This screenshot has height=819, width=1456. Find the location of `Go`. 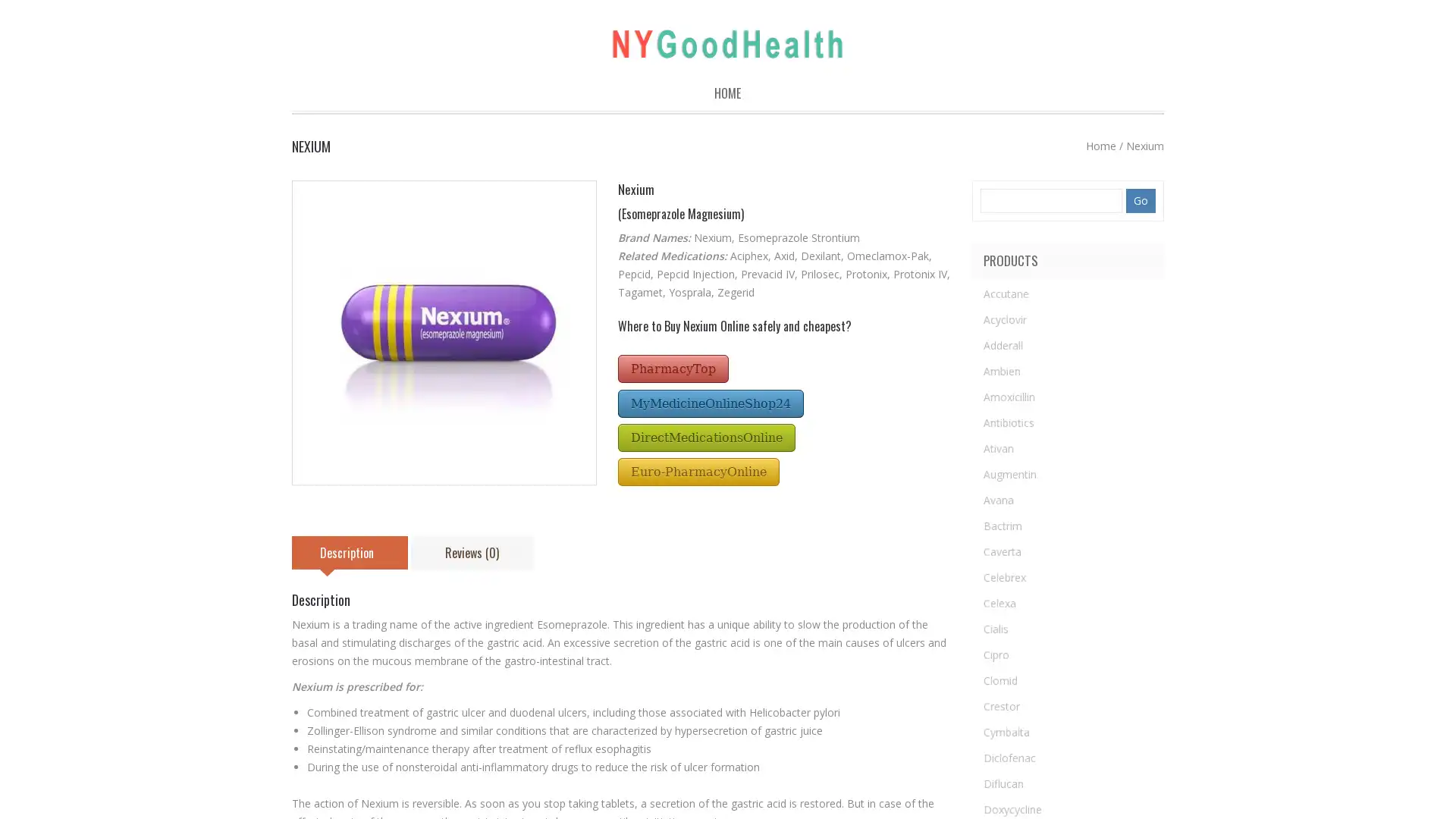

Go is located at coordinates (1141, 200).